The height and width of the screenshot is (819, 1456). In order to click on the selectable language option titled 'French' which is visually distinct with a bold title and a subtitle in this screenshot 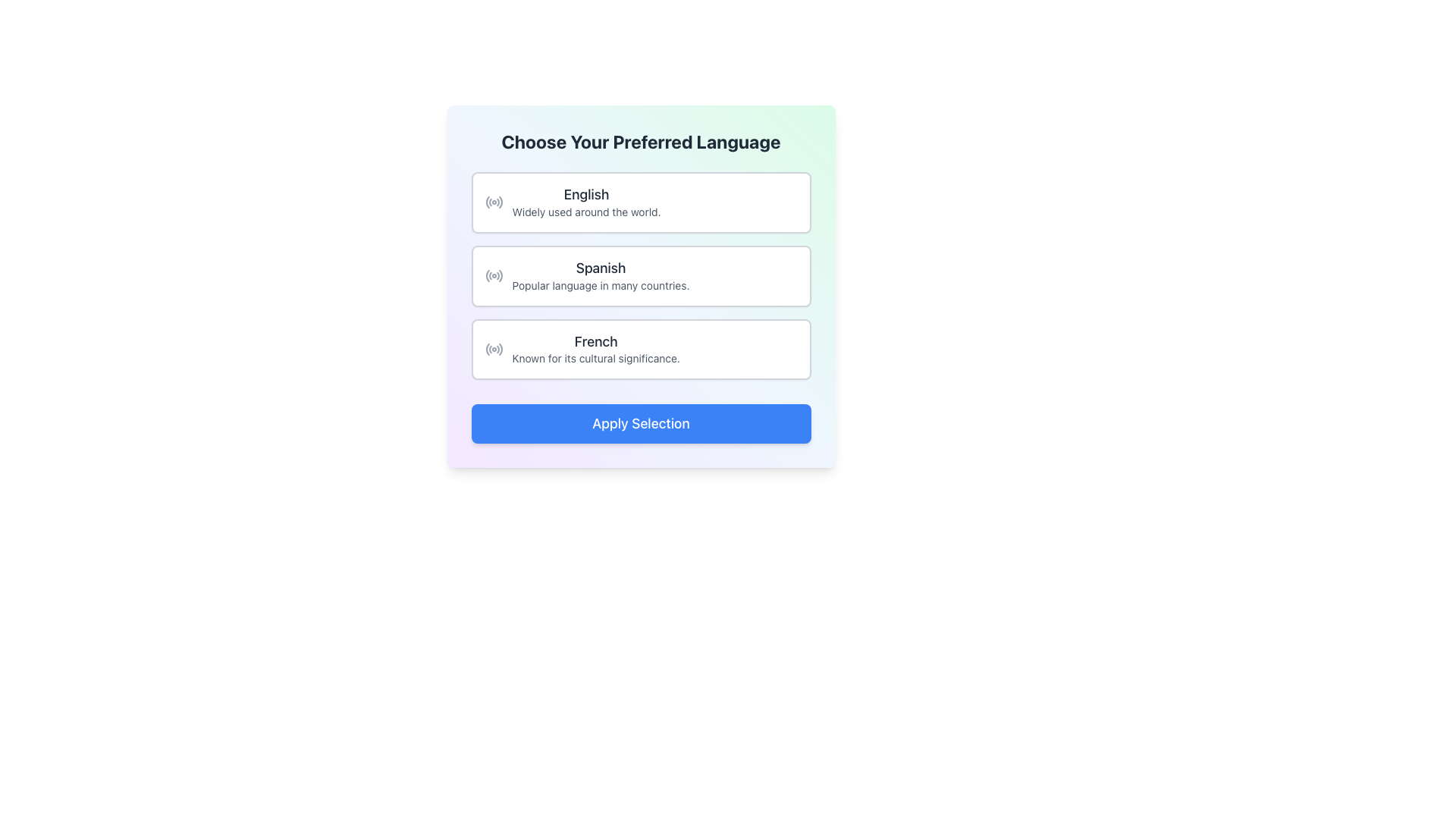, I will do `click(582, 349)`.